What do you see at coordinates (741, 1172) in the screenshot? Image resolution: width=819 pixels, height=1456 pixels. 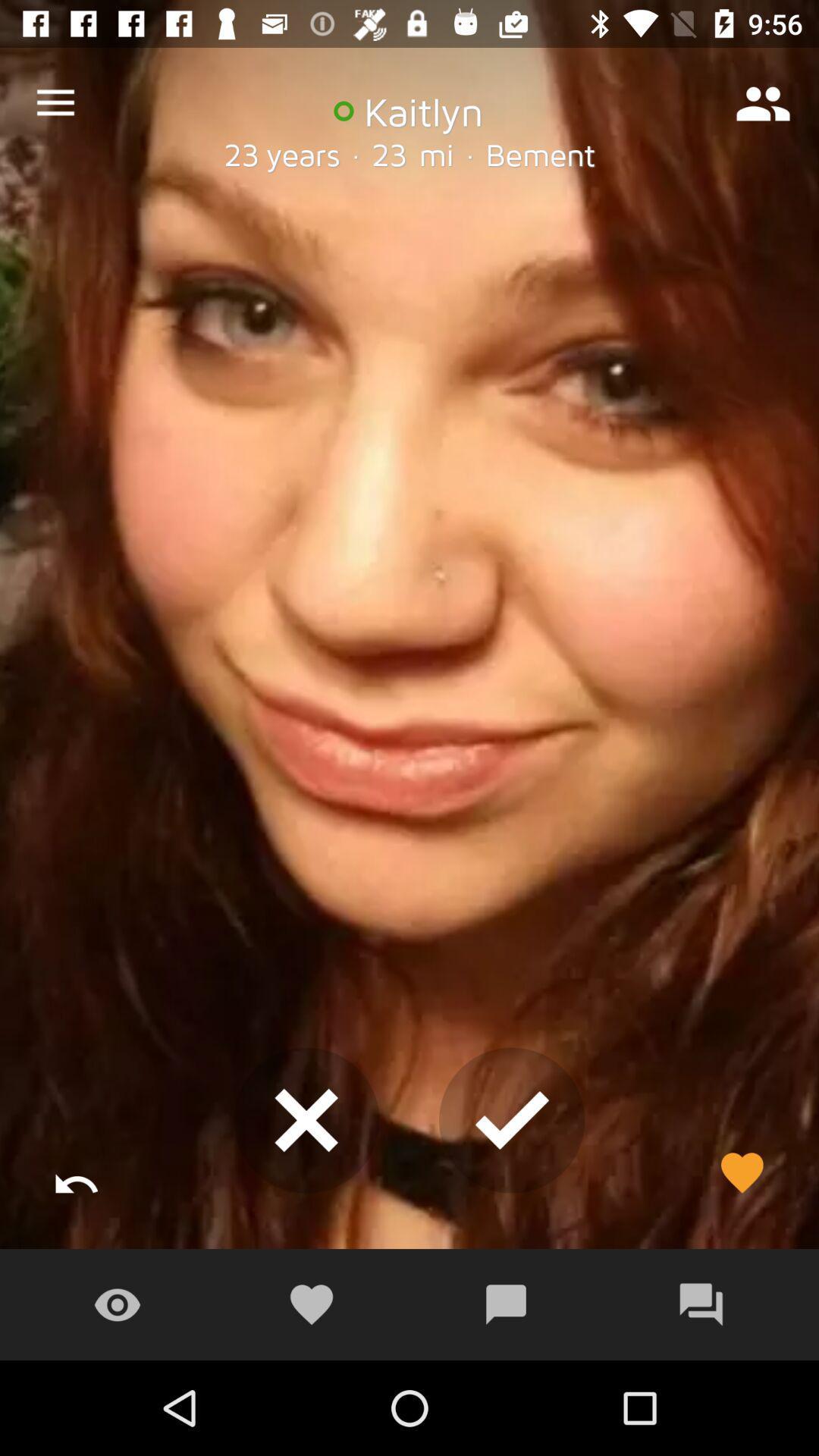 I see `the favorite icon` at bounding box center [741, 1172].